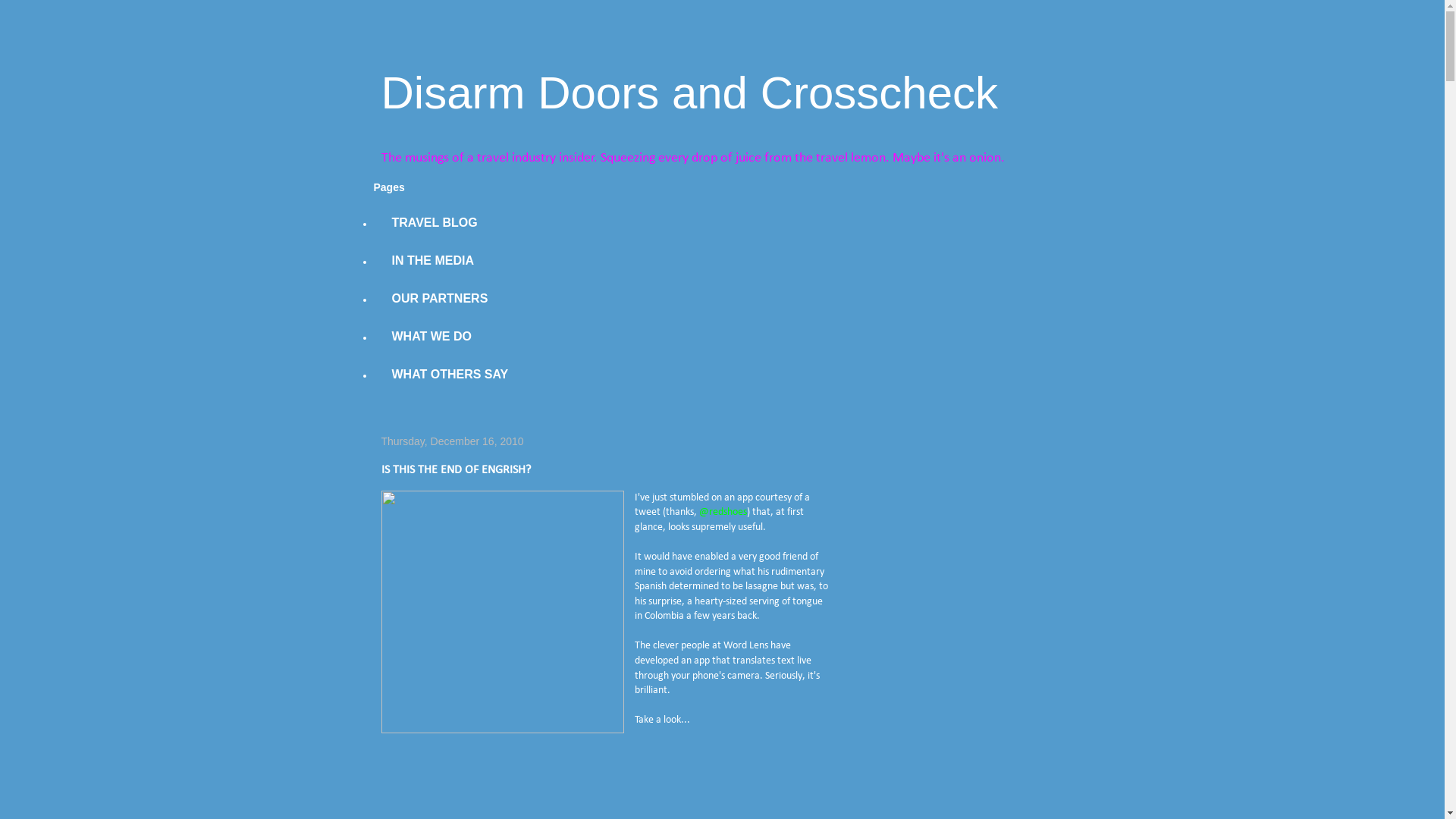 This screenshot has height=819, width=1456. What do you see at coordinates (431, 259) in the screenshot?
I see `'IN THE MEDIA'` at bounding box center [431, 259].